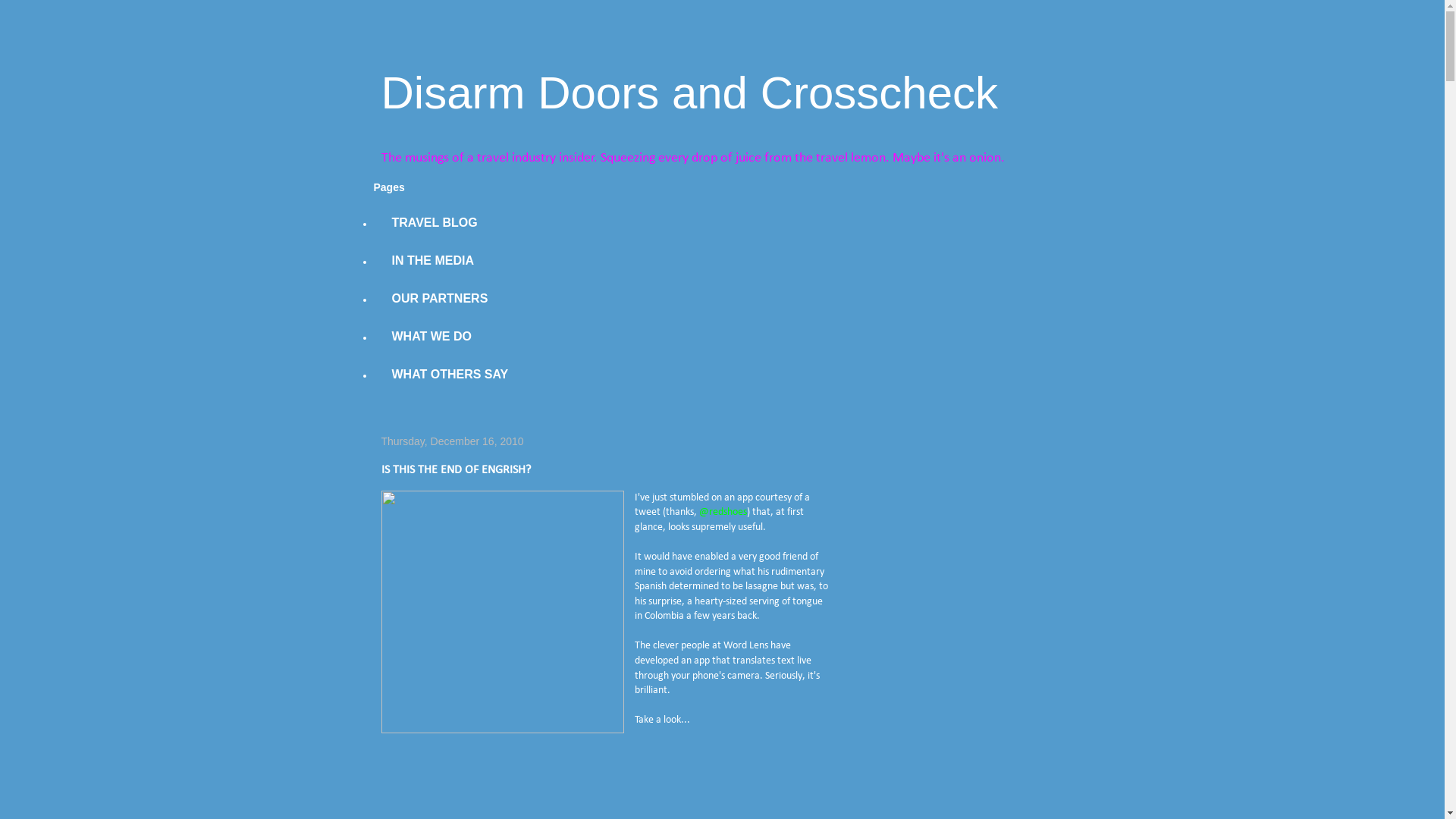 This screenshot has height=819, width=1456. What do you see at coordinates (431, 259) in the screenshot?
I see `'IN THE MEDIA'` at bounding box center [431, 259].